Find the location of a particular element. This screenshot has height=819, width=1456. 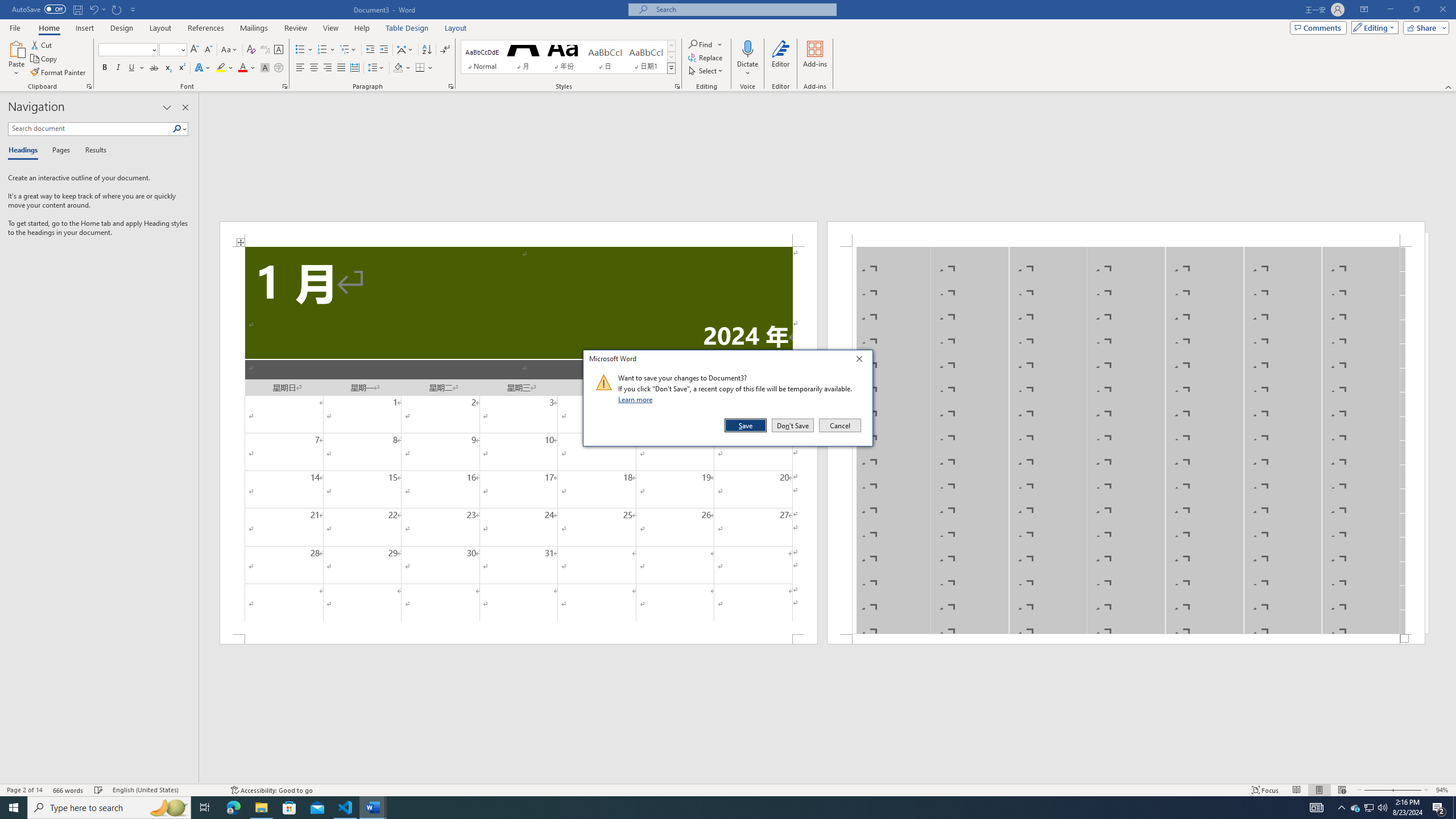

'Copy' is located at coordinates (44, 59).